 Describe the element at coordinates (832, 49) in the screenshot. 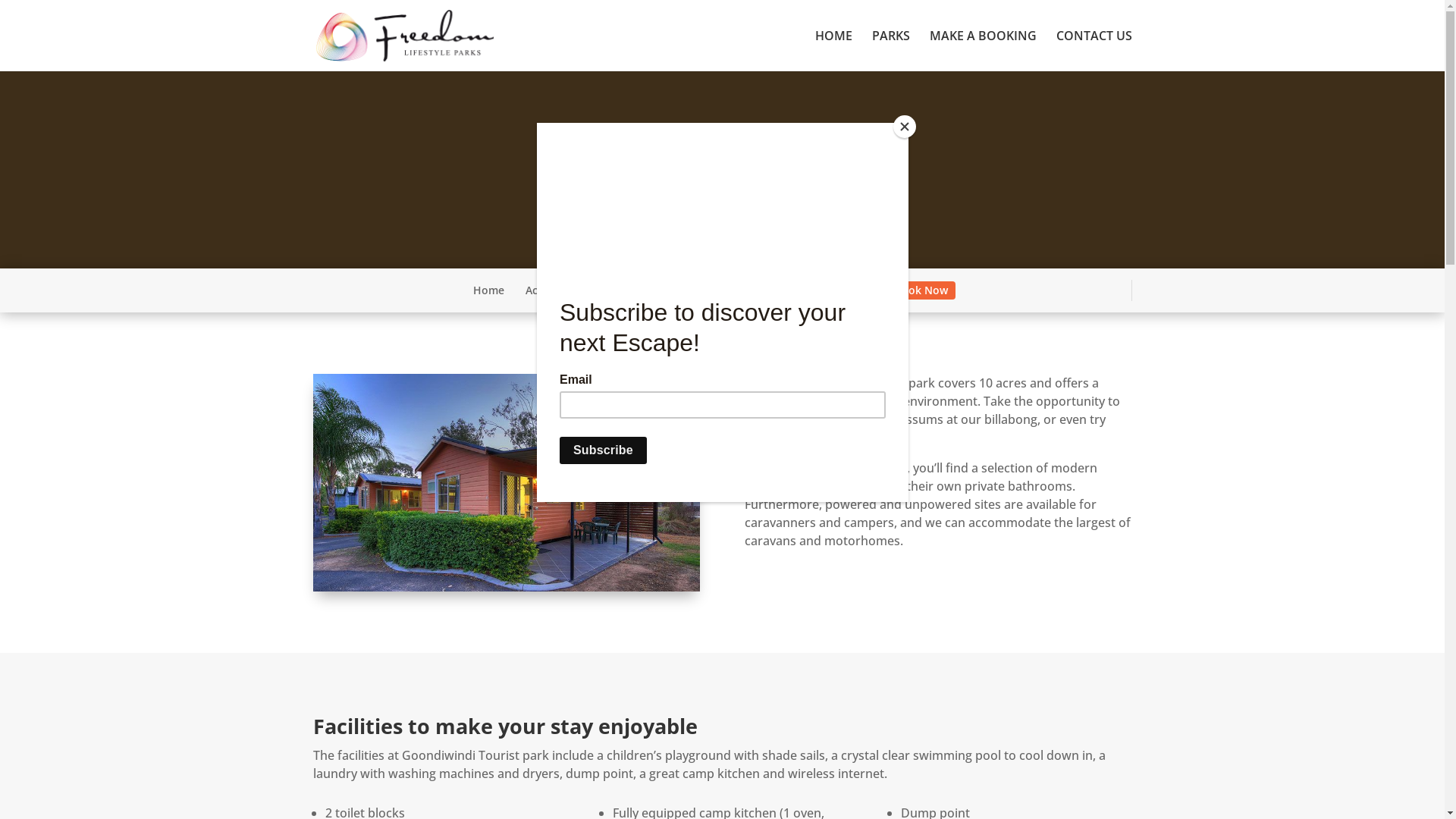

I see `'HOME'` at that location.